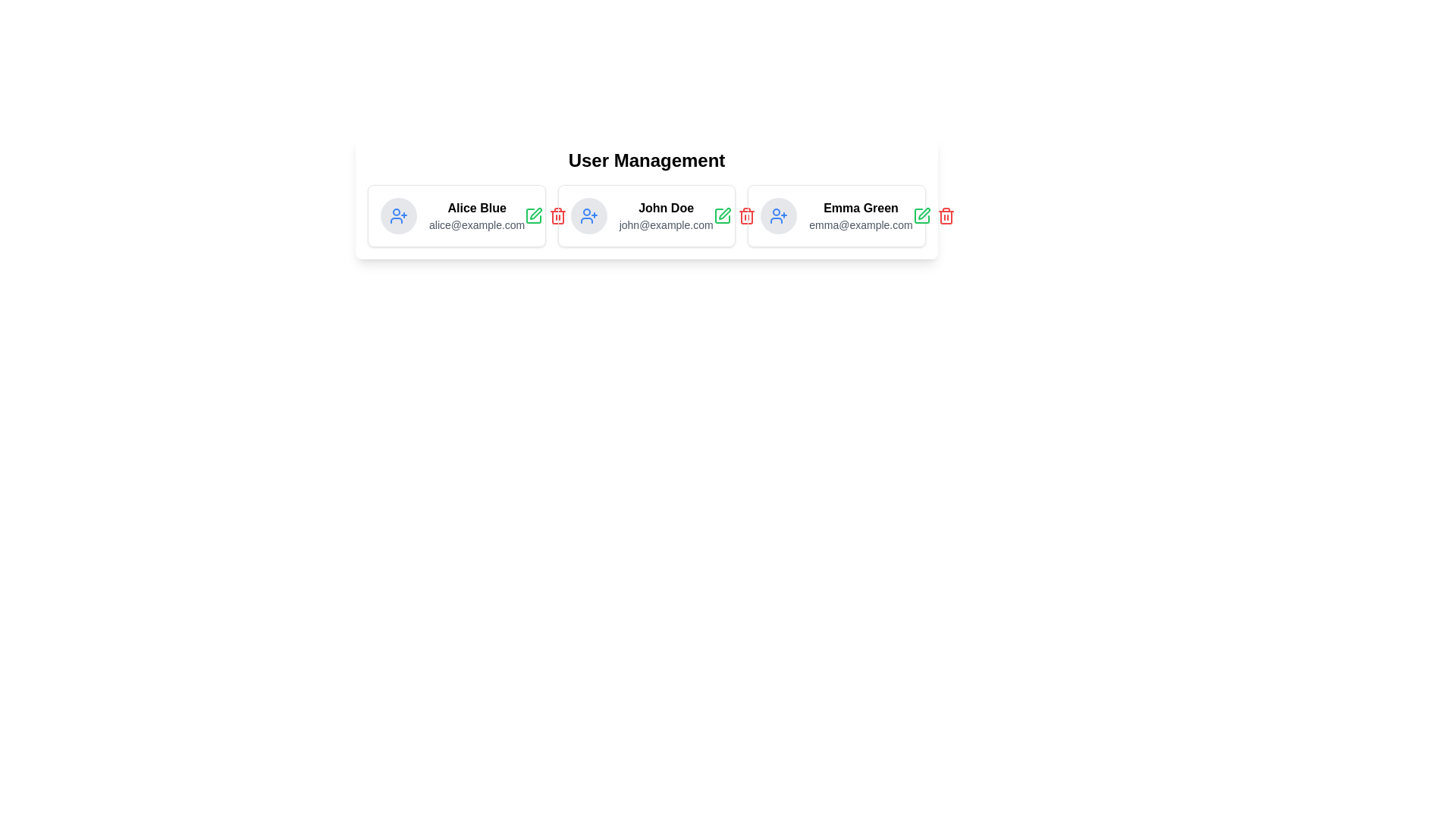 Image resolution: width=1456 pixels, height=819 pixels. Describe the element at coordinates (536, 213) in the screenshot. I see `the editing icon for 'Alice Blue' located in the top-center section of the interface, which triggers editing actions` at that location.